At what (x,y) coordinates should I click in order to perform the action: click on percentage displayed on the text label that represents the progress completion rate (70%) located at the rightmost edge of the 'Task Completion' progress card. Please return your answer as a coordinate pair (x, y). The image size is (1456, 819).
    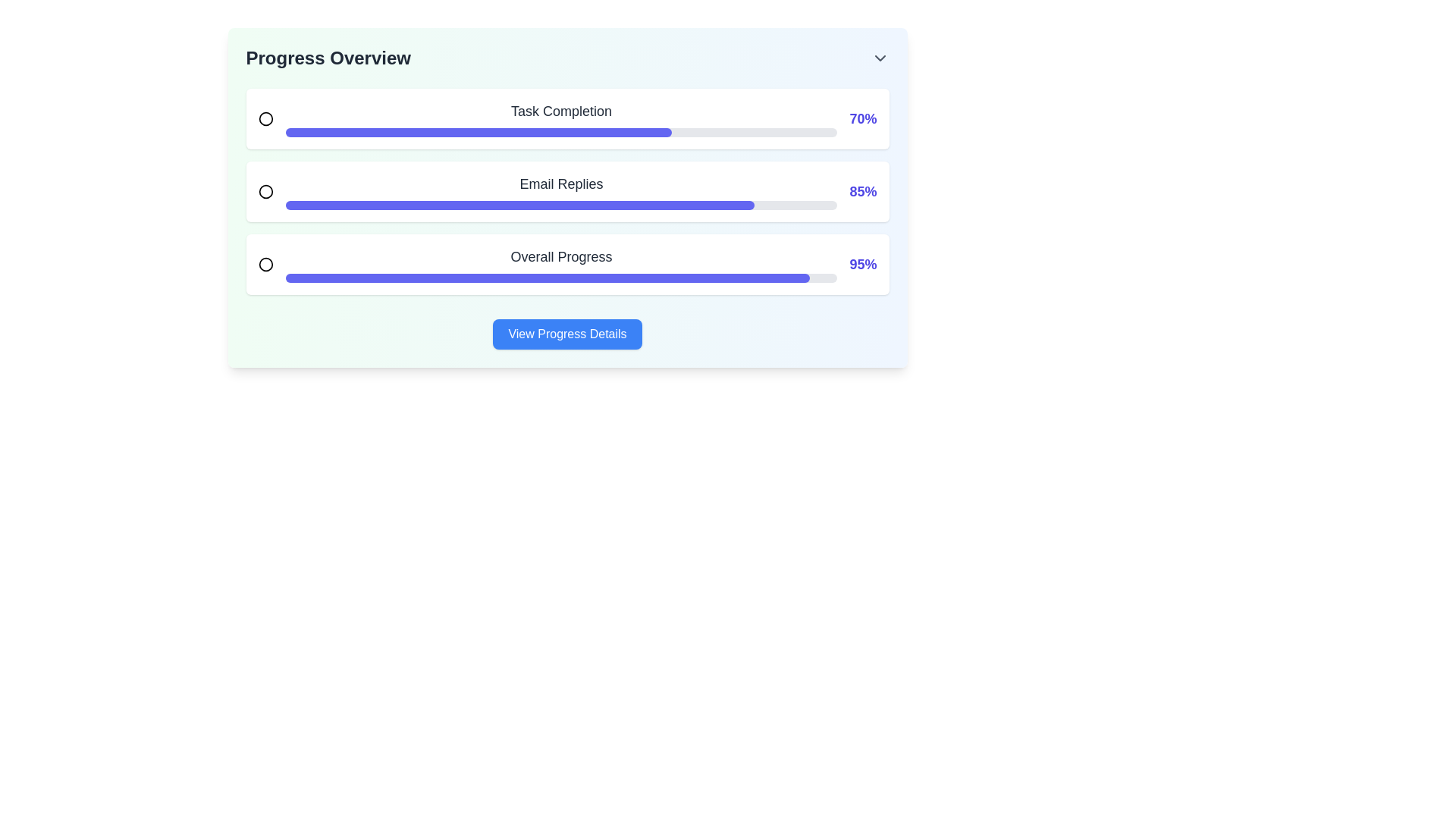
    Looking at the image, I should click on (863, 118).